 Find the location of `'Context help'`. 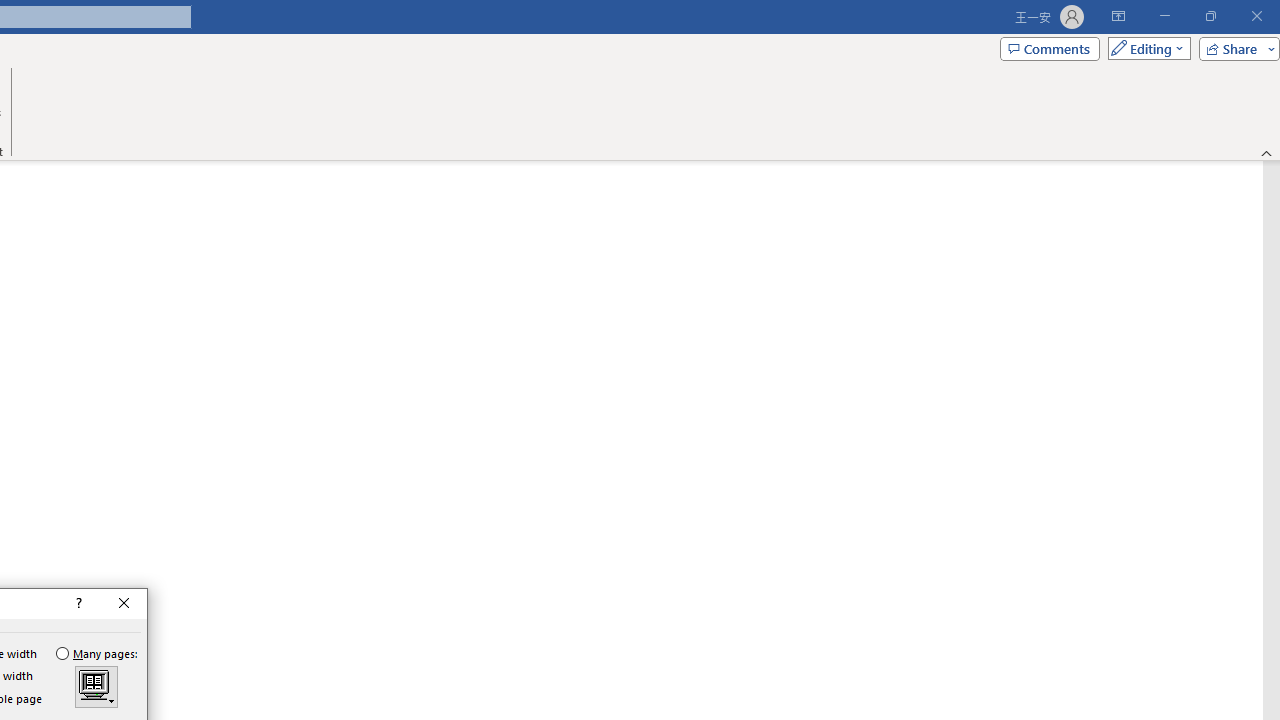

'Context help' is located at coordinates (77, 603).